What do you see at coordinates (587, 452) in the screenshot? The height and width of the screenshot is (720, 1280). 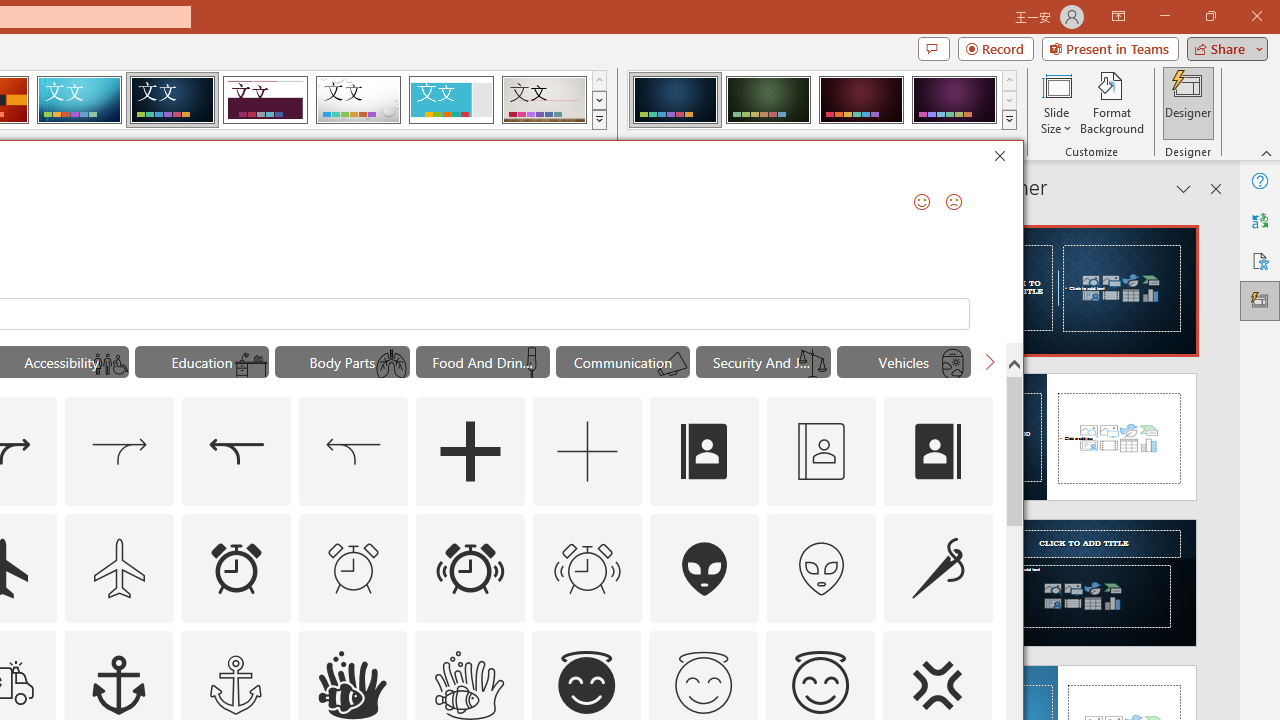 I see `'AutomationID: Icons_Add_M'` at bounding box center [587, 452].